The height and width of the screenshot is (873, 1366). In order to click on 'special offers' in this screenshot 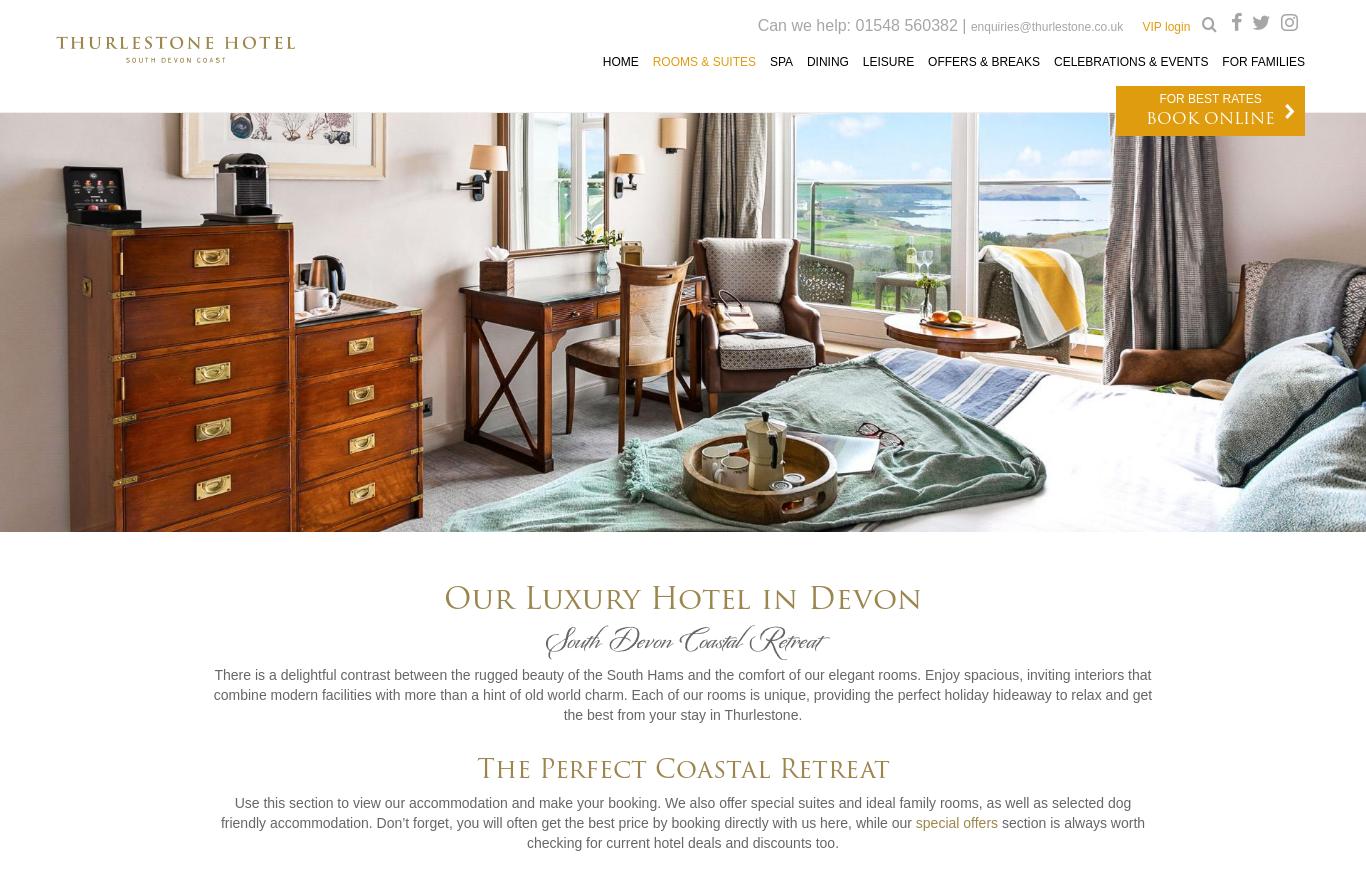, I will do `click(914, 822)`.